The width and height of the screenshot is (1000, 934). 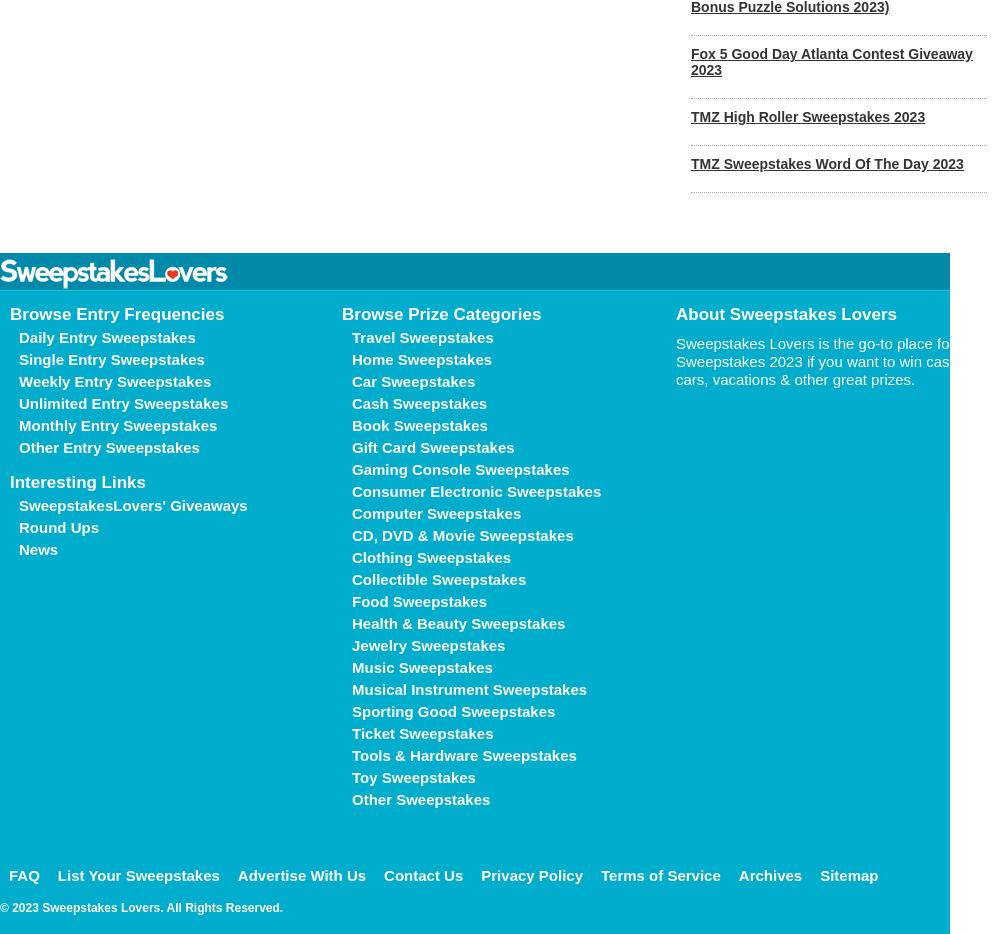 I want to click on 'Browse Prize Categories', so click(x=440, y=313).